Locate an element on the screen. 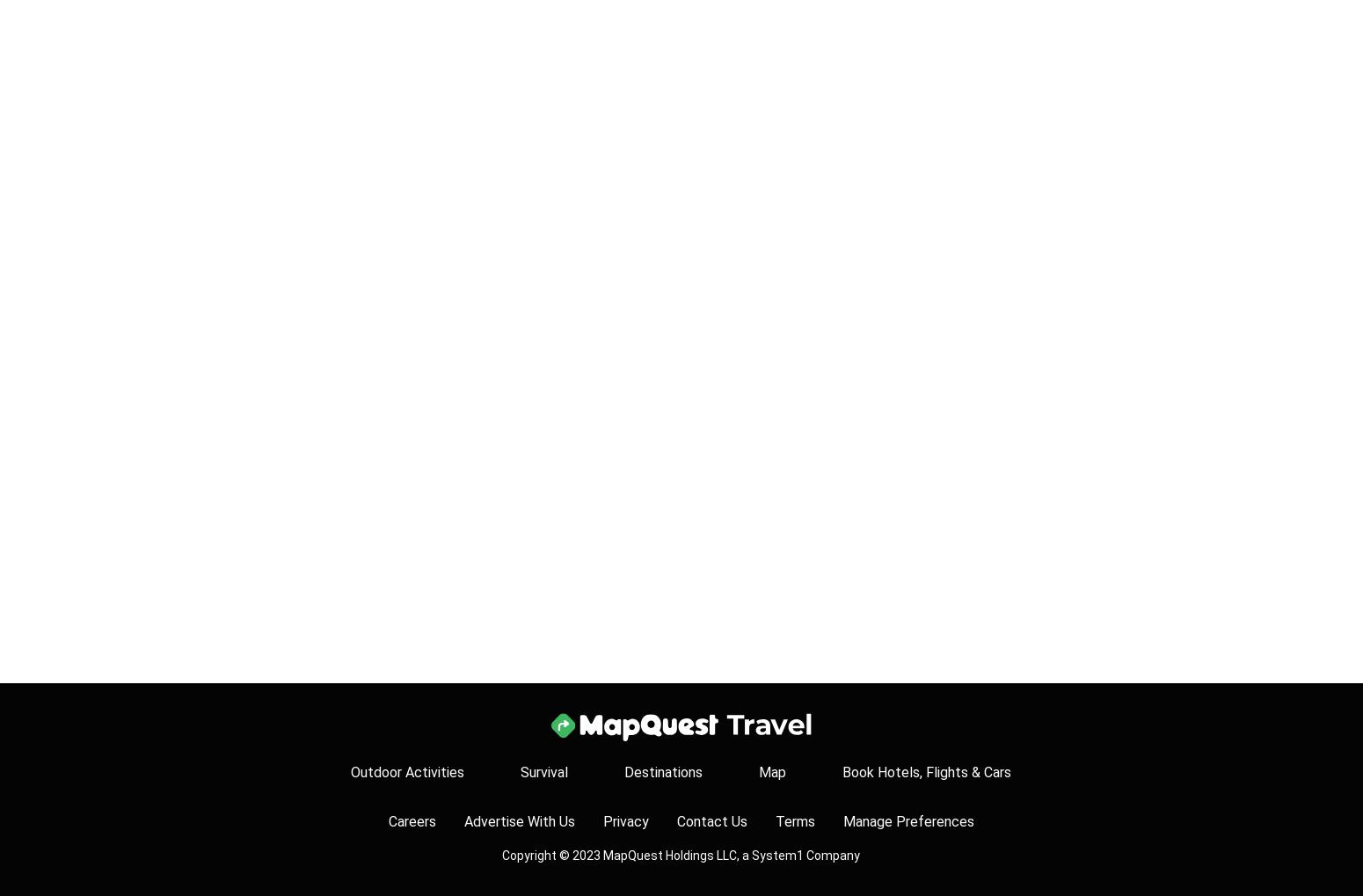 This screenshot has width=1363, height=896. 'Advertise With Us' is located at coordinates (463, 820).